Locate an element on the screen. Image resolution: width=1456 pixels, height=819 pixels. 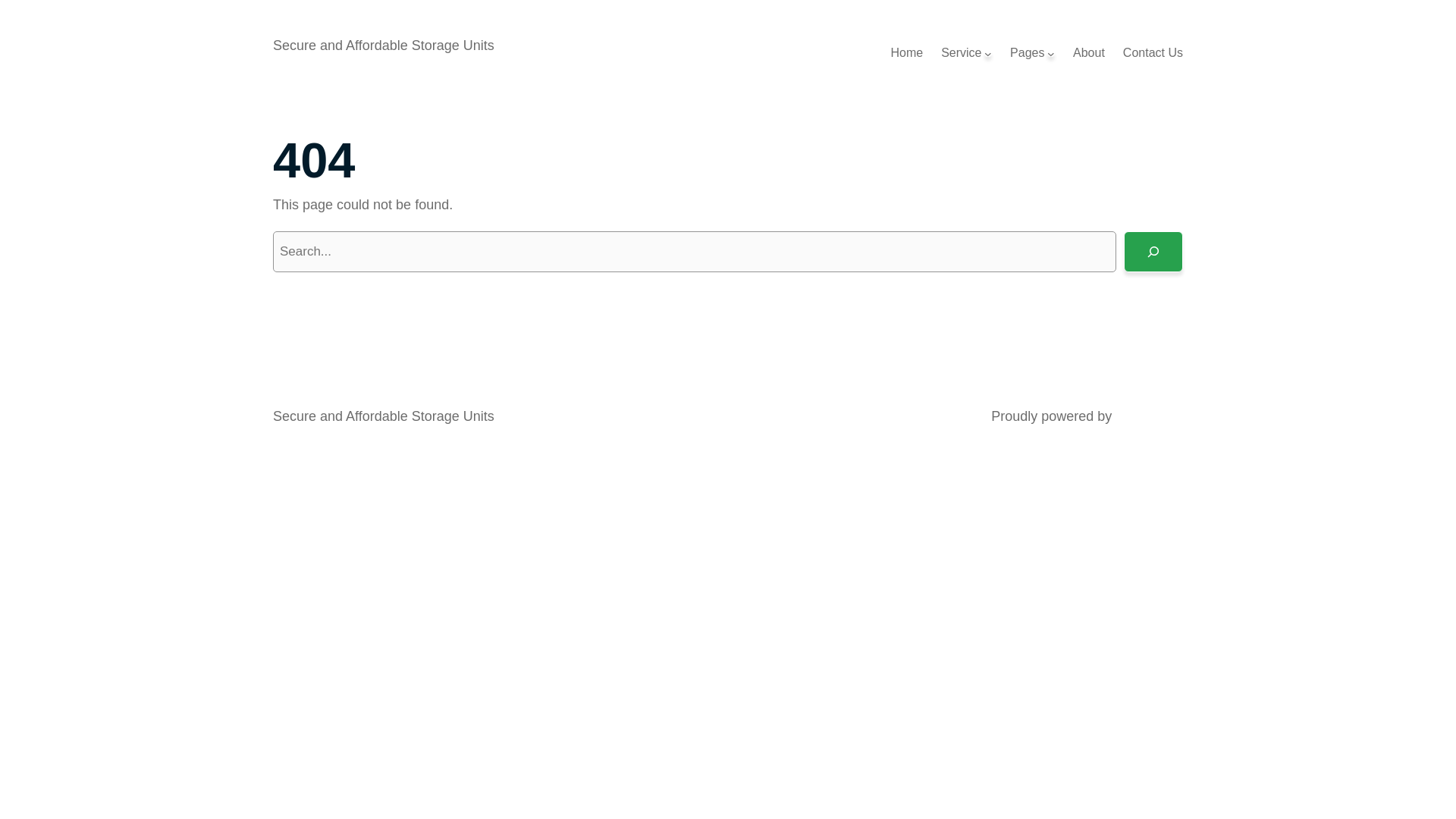
'Pages' is located at coordinates (1027, 52).